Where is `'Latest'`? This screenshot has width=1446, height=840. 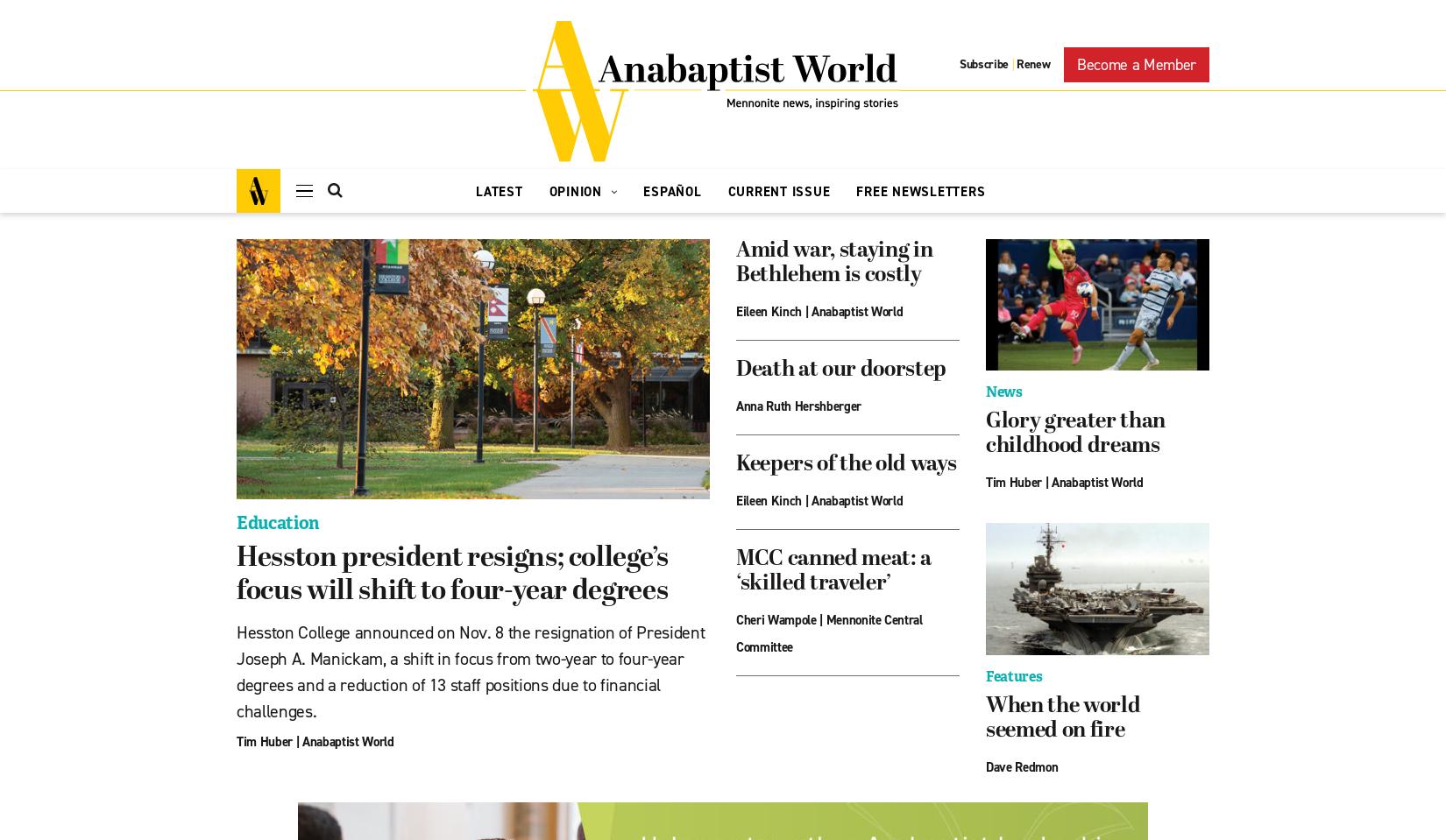 'Latest' is located at coordinates (475, 192).